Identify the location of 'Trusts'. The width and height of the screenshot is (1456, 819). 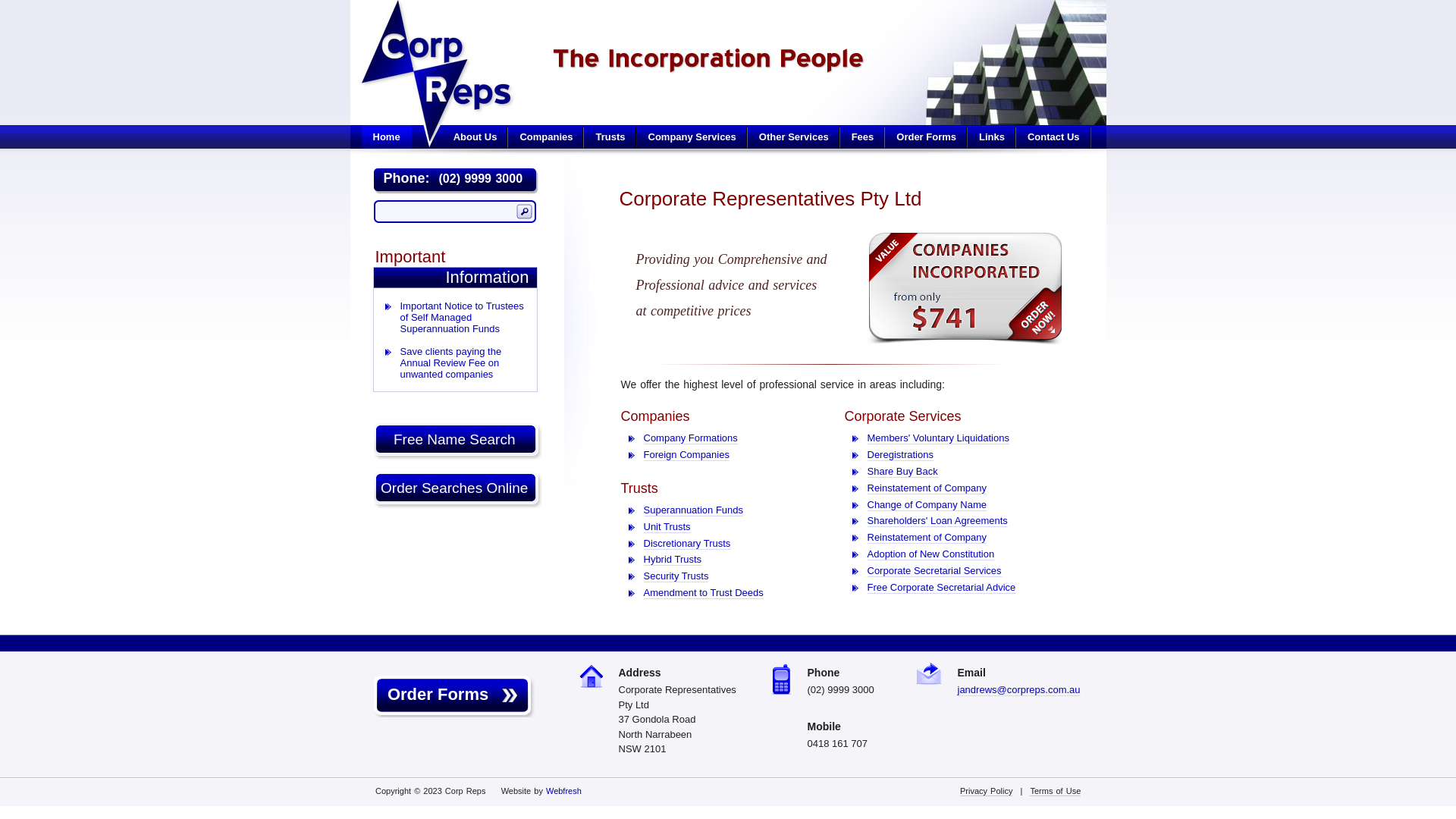
(610, 136).